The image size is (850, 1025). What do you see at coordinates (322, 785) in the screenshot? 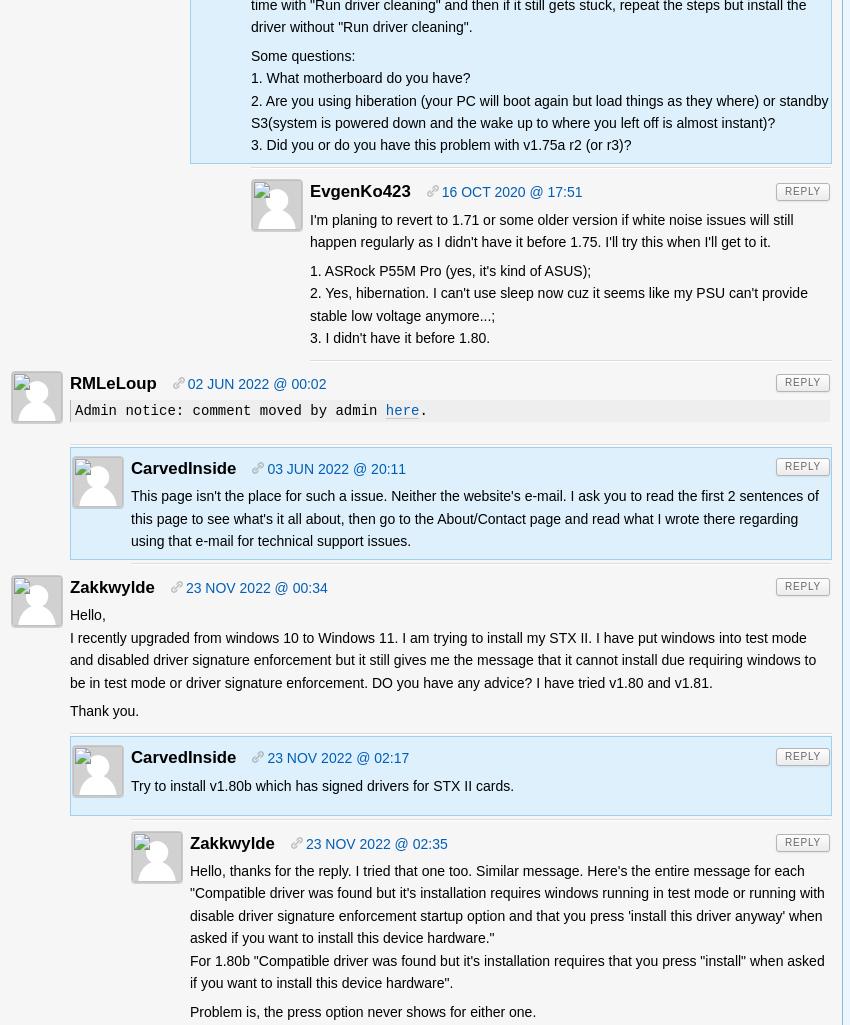
I see `'Try to install v1.80b which has signed drivers for STX II cards.'` at bounding box center [322, 785].